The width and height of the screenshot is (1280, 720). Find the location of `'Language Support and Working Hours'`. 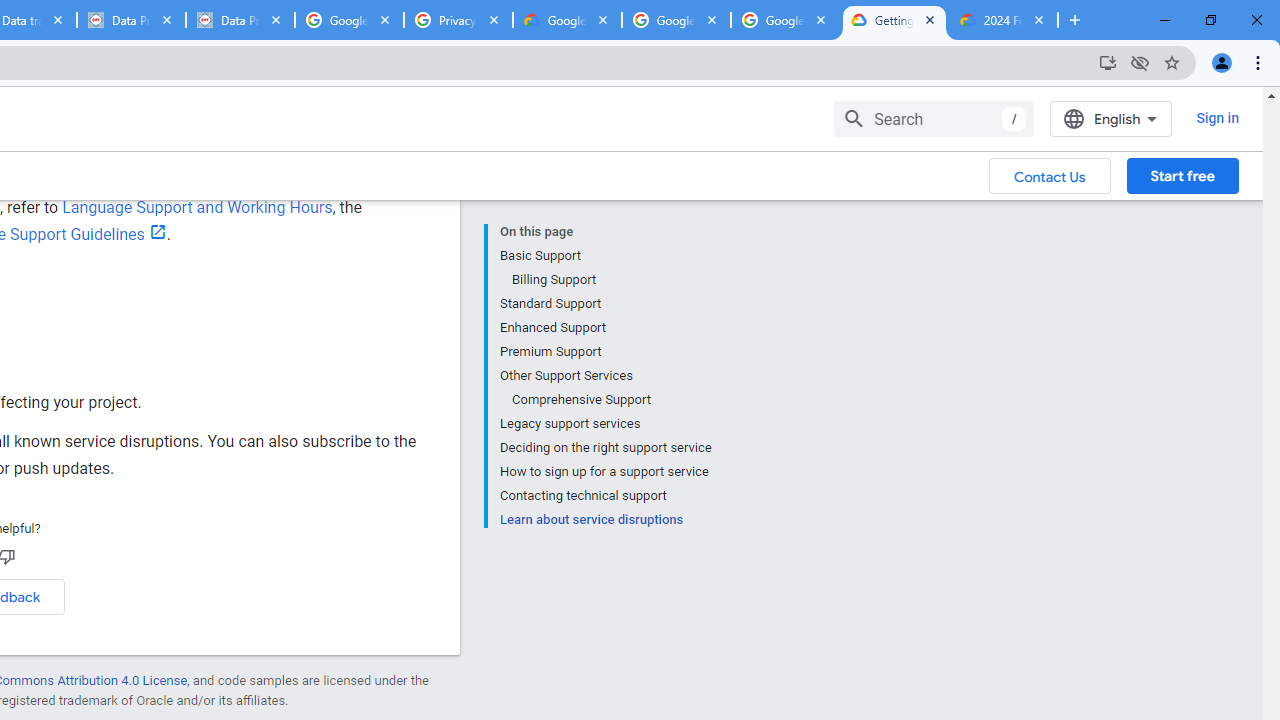

'Language Support and Working Hours' is located at coordinates (197, 207).